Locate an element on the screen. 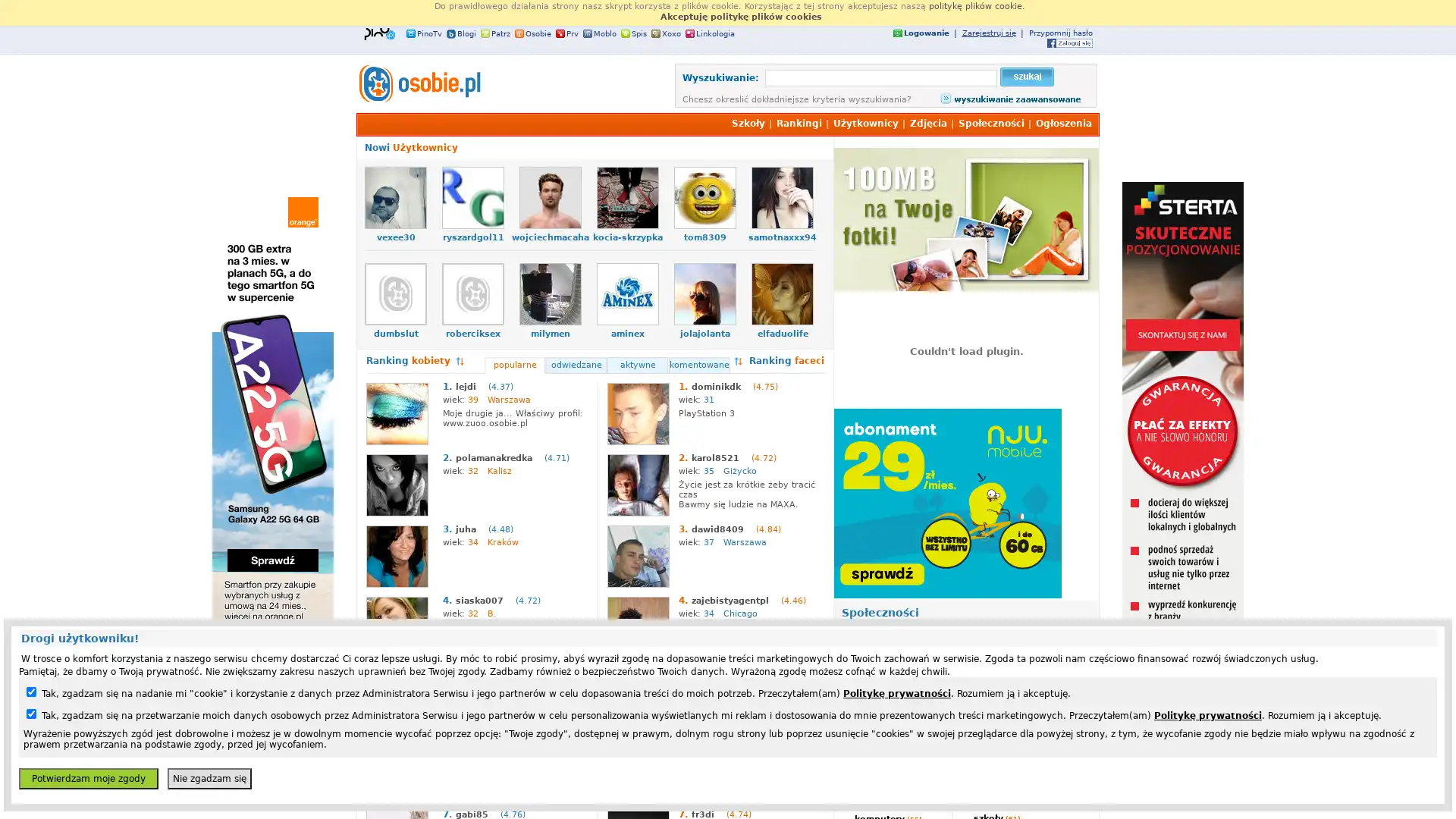  Potwierdzam moje zgody is located at coordinates (87, 778).